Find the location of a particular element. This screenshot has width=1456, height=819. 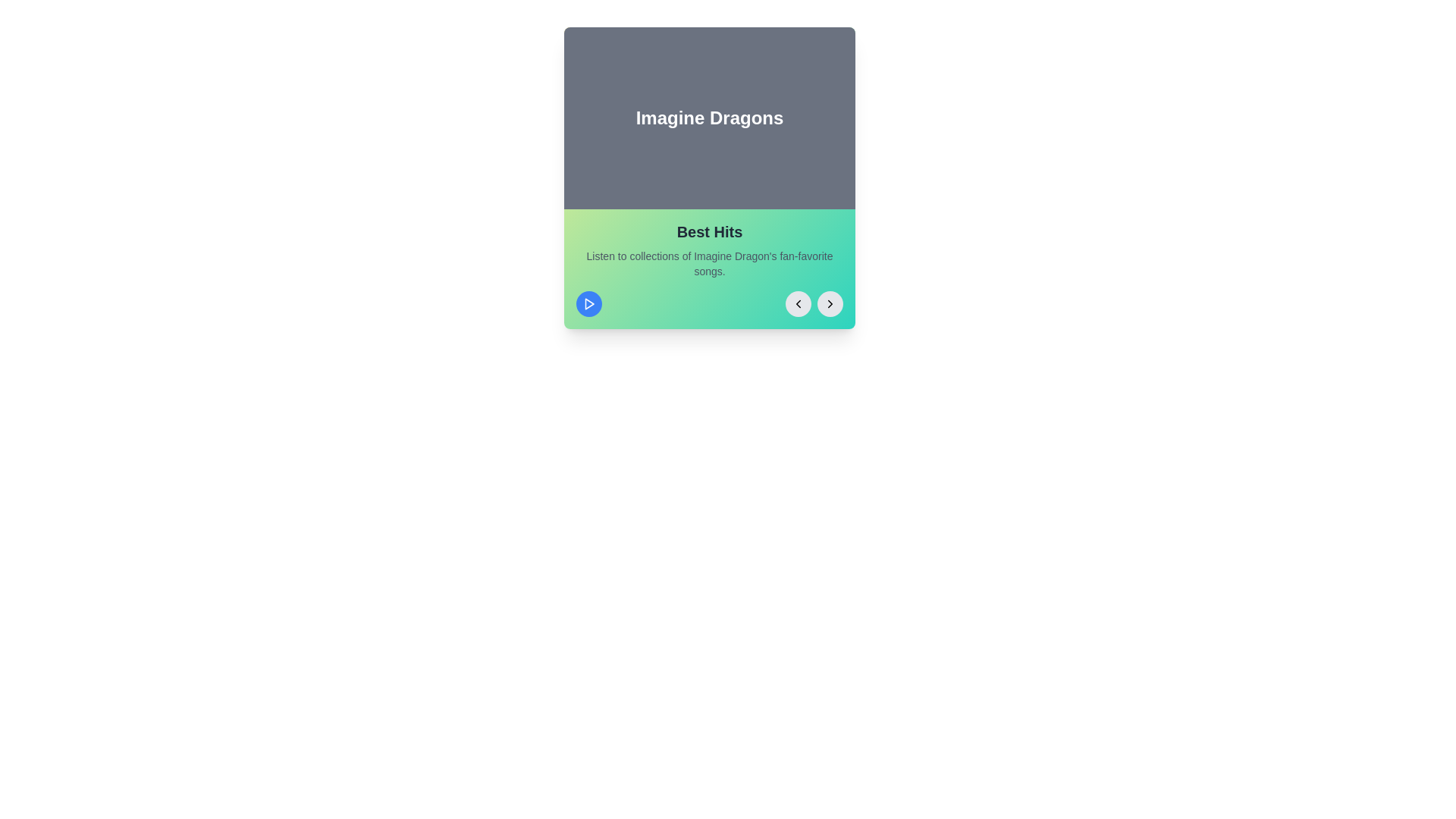

the leftmost circular blue button with a white triangular play icon located at the bottom center of the card UI is located at coordinates (588, 304).